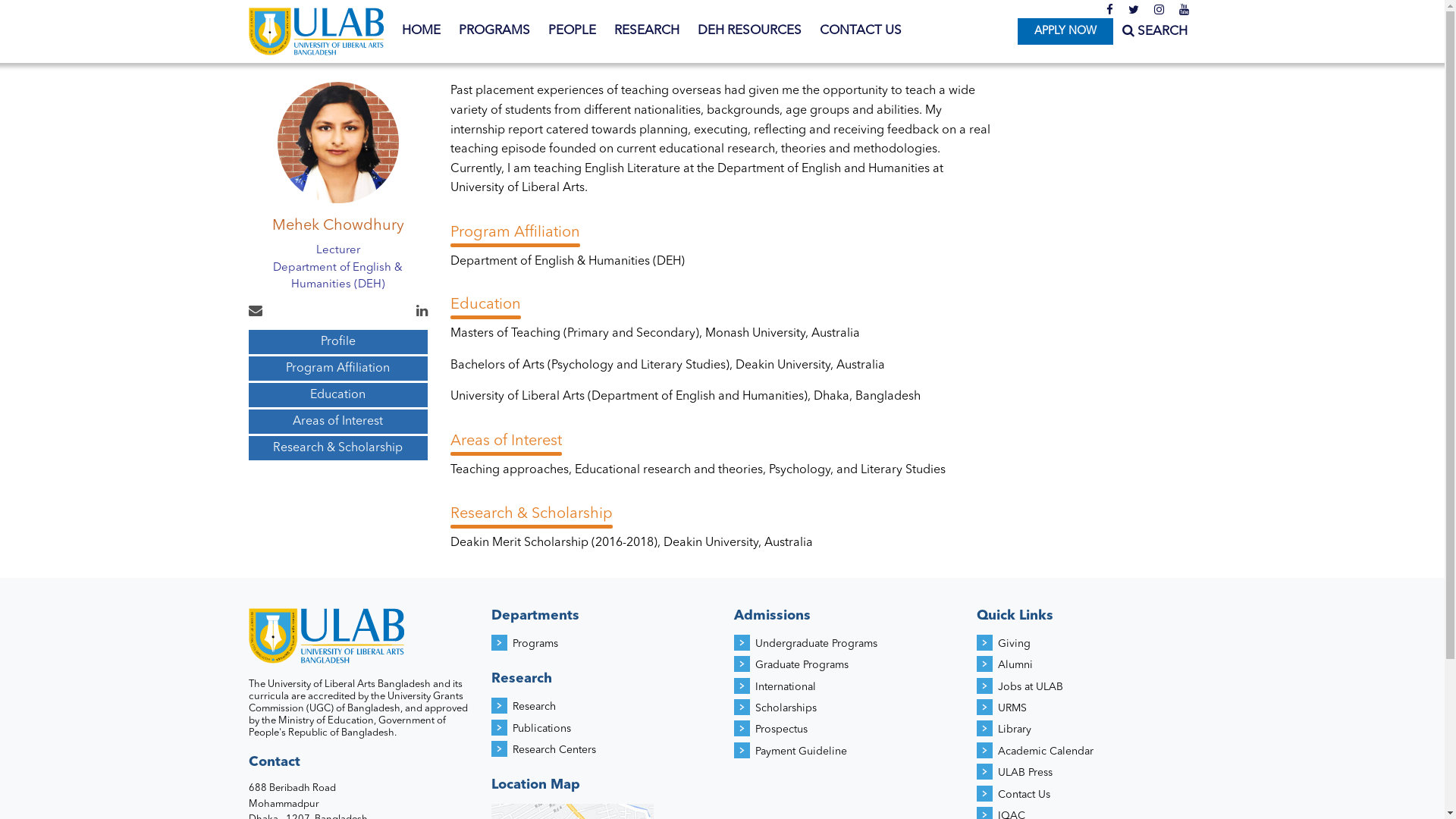  What do you see at coordinates (541, 727) in the screenshot?
I see `'Publications'` at bounding box center [541, 727].